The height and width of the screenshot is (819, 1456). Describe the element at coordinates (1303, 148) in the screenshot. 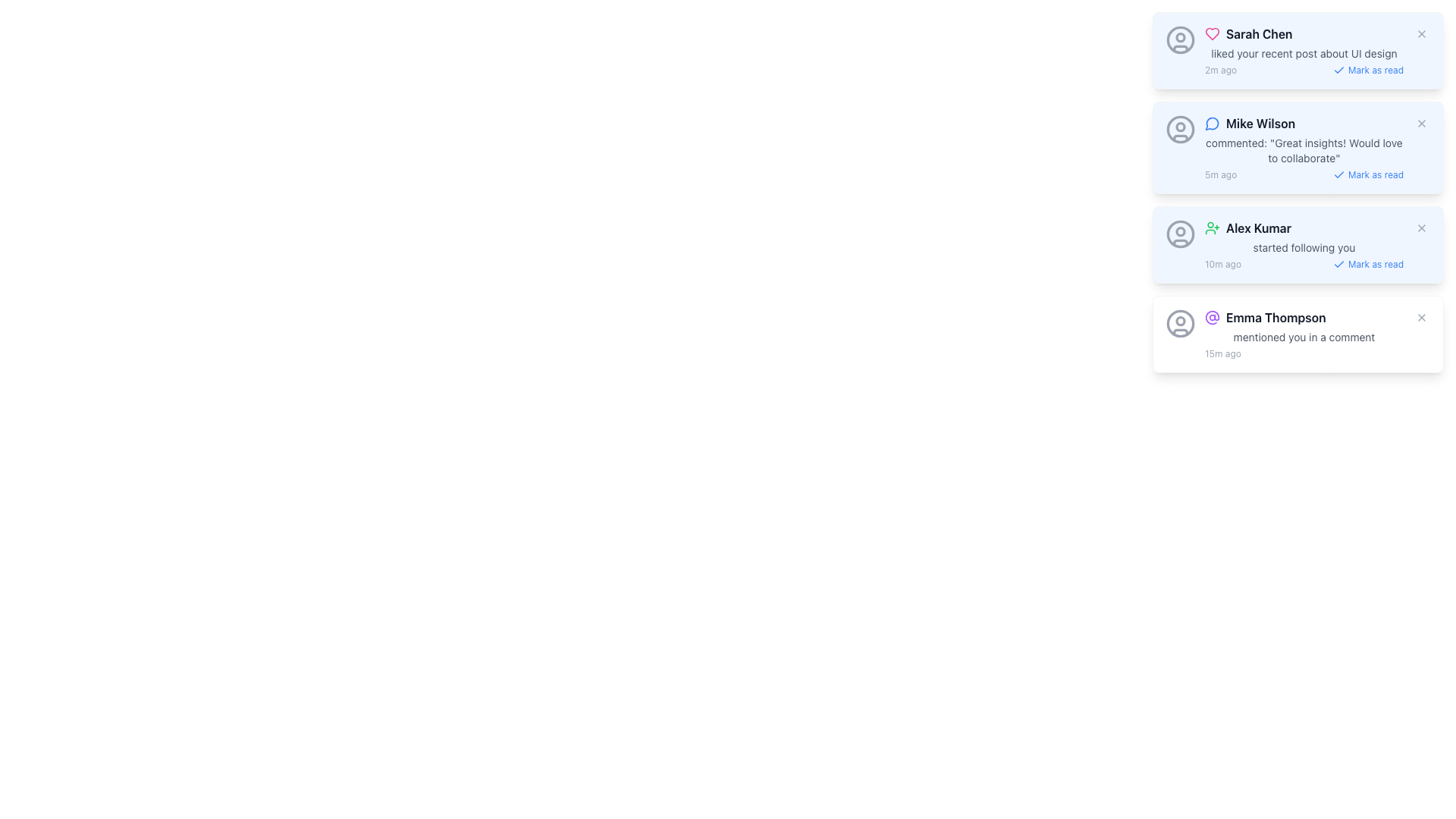

I see `the username 'Mike Wilson' in the second notification card` at that location.